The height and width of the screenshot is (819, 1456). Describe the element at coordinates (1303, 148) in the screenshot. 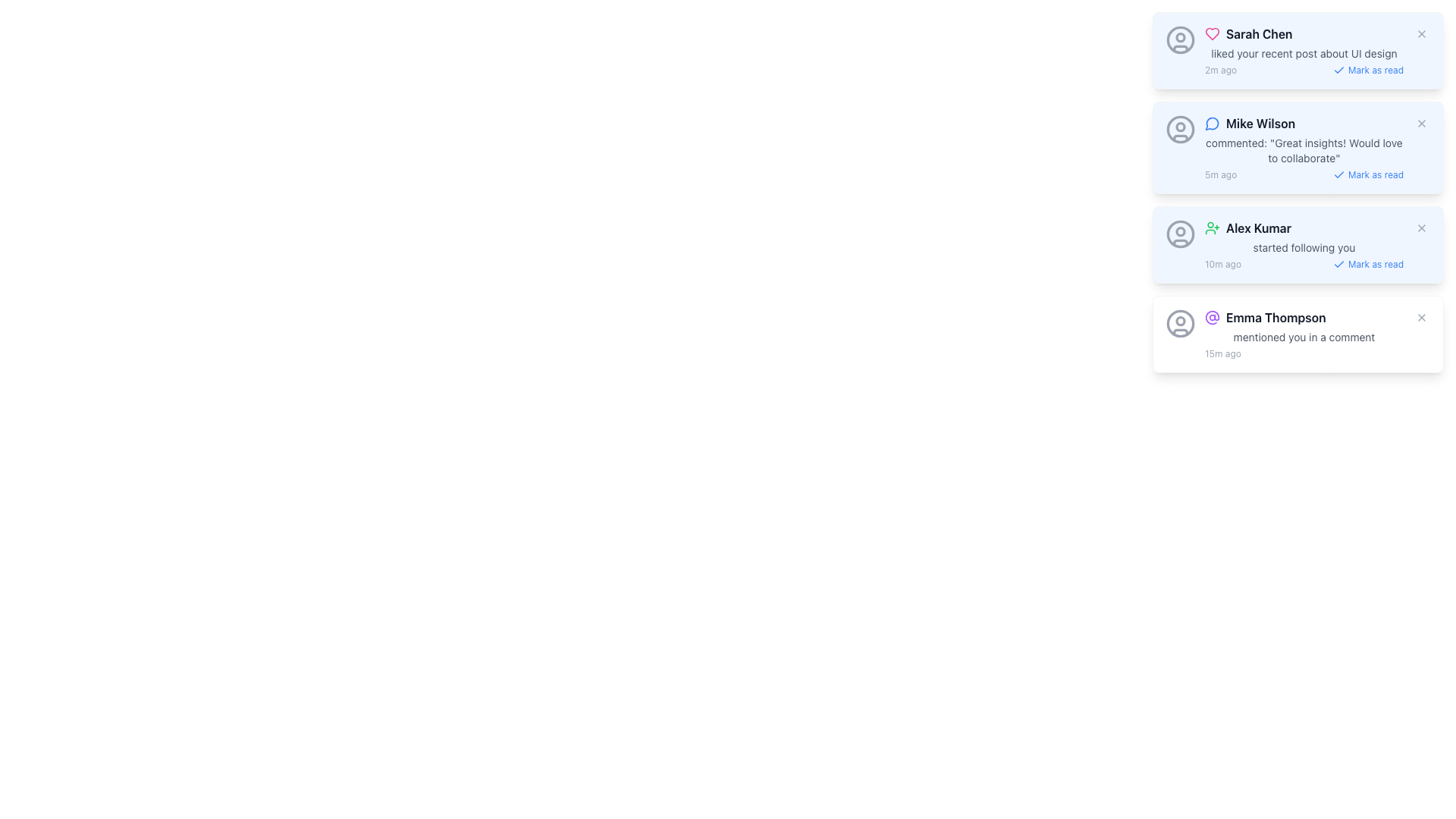

I see `the username 'Mike Wilson' in the second notification card` at that location.